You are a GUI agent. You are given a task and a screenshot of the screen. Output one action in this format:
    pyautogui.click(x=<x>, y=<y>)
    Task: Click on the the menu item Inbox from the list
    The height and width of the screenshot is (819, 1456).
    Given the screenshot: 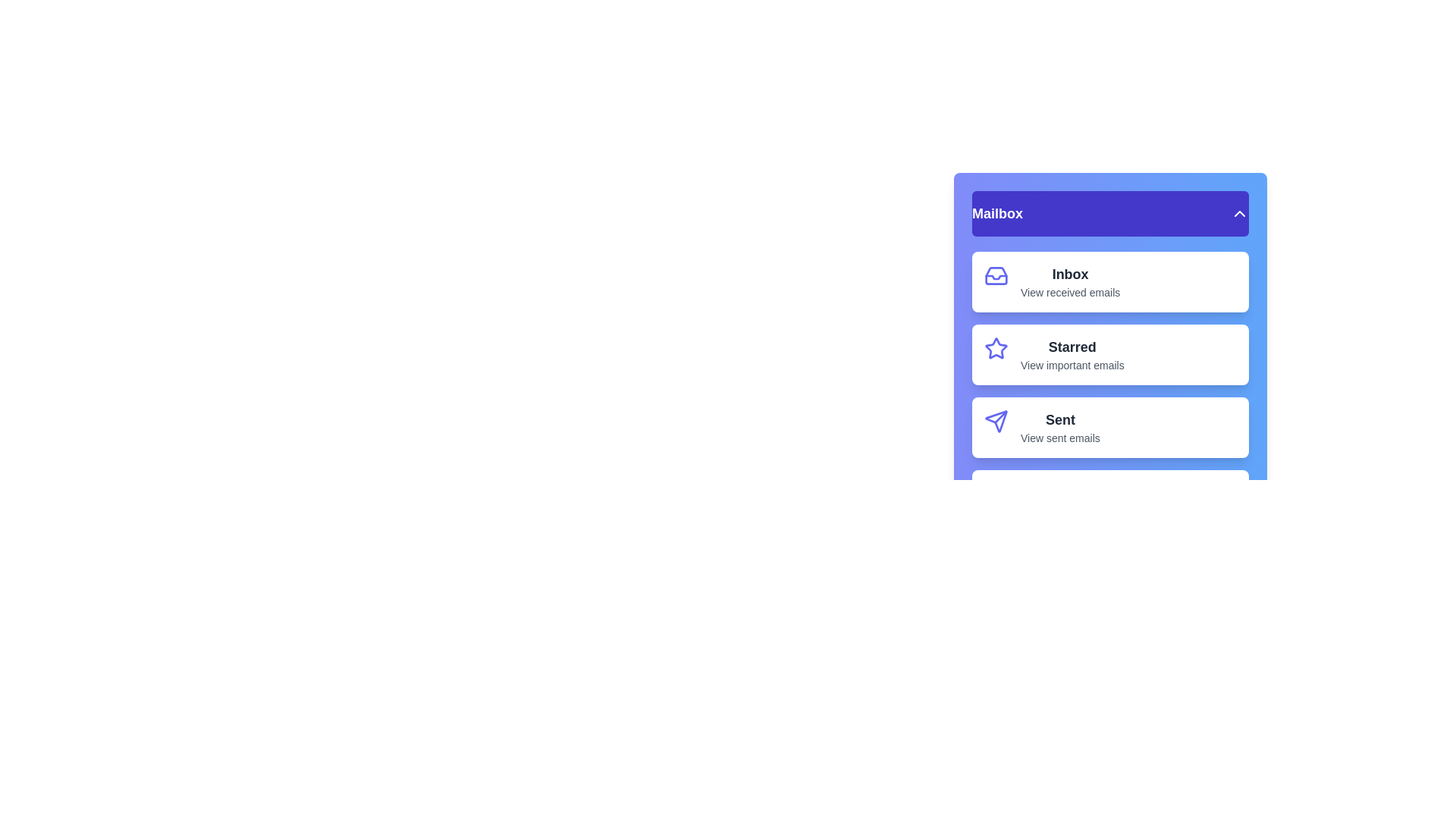 What is the action you would take?
    pyautogui.click(x=1110, y=281)
    